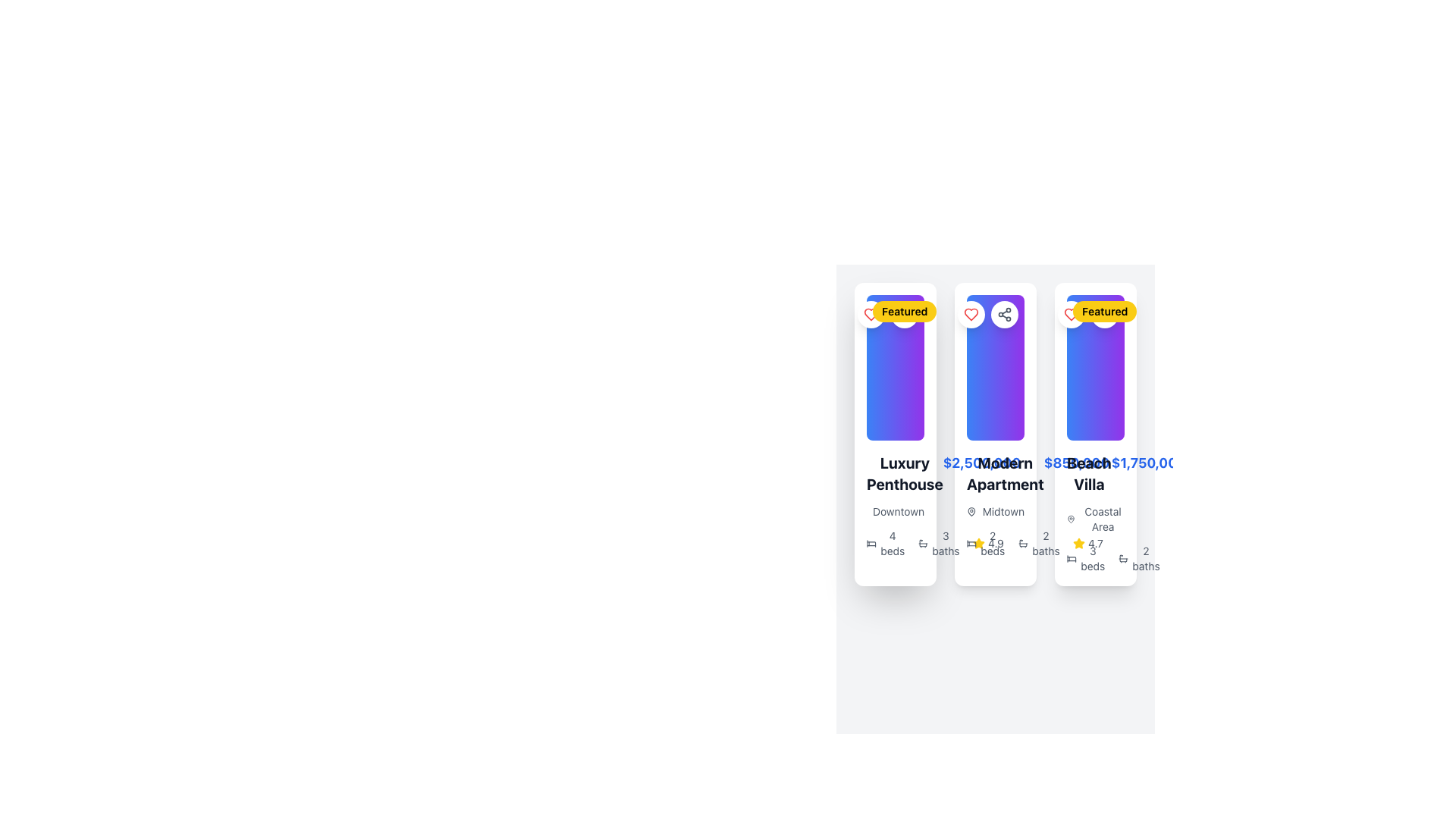 The height and width of the screenshot is (819, 1456). What do you see at coordinates (996, 512) in the screenshot?
I see `the label with an icon indicating the location name, which is the third card in a series of horizontally aligned property cards, positioned below the price and name, and above the details about beds and baths` at bounding box center [996, 512].